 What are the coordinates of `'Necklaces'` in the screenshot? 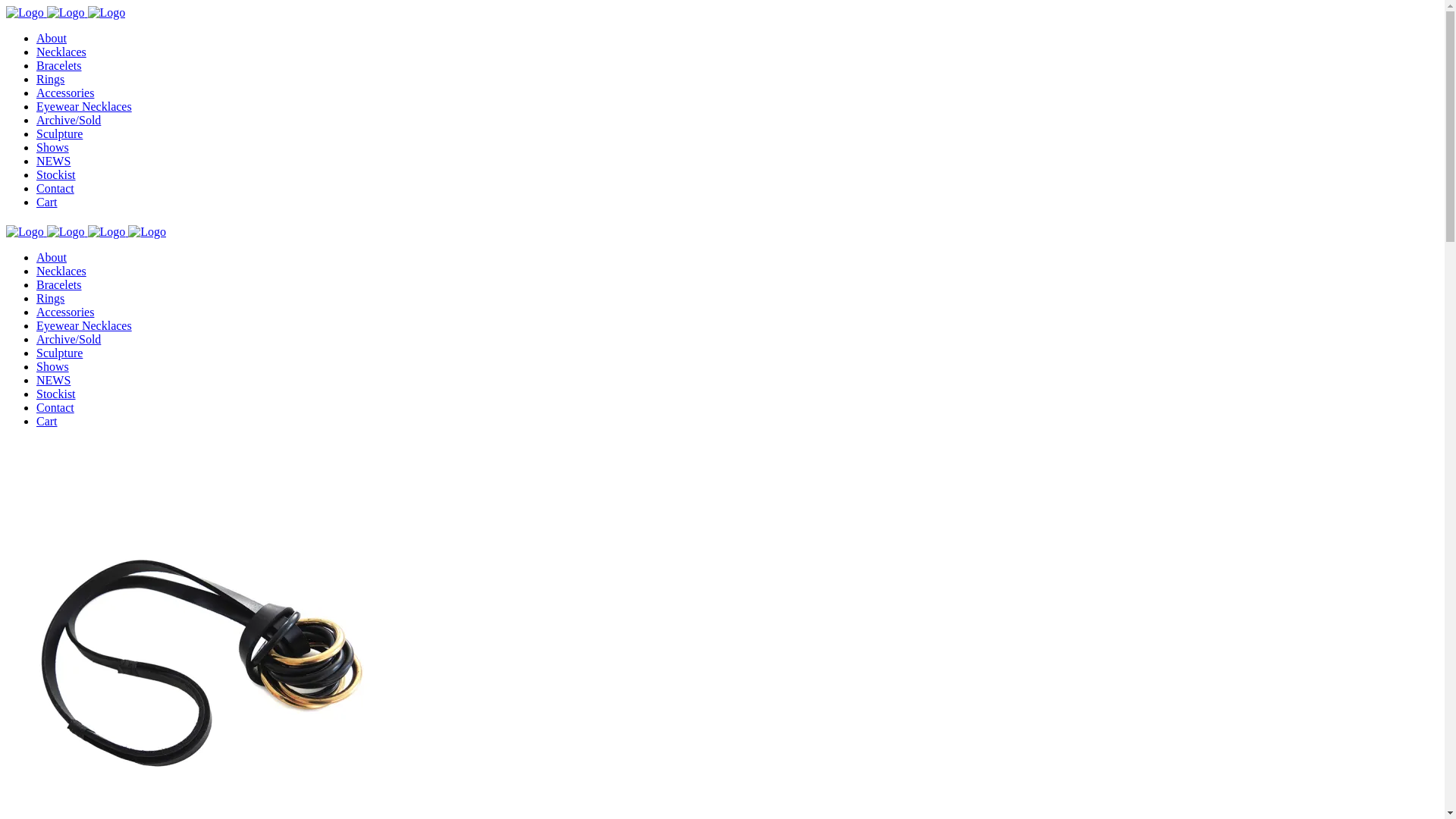 It's located at (61, 51).